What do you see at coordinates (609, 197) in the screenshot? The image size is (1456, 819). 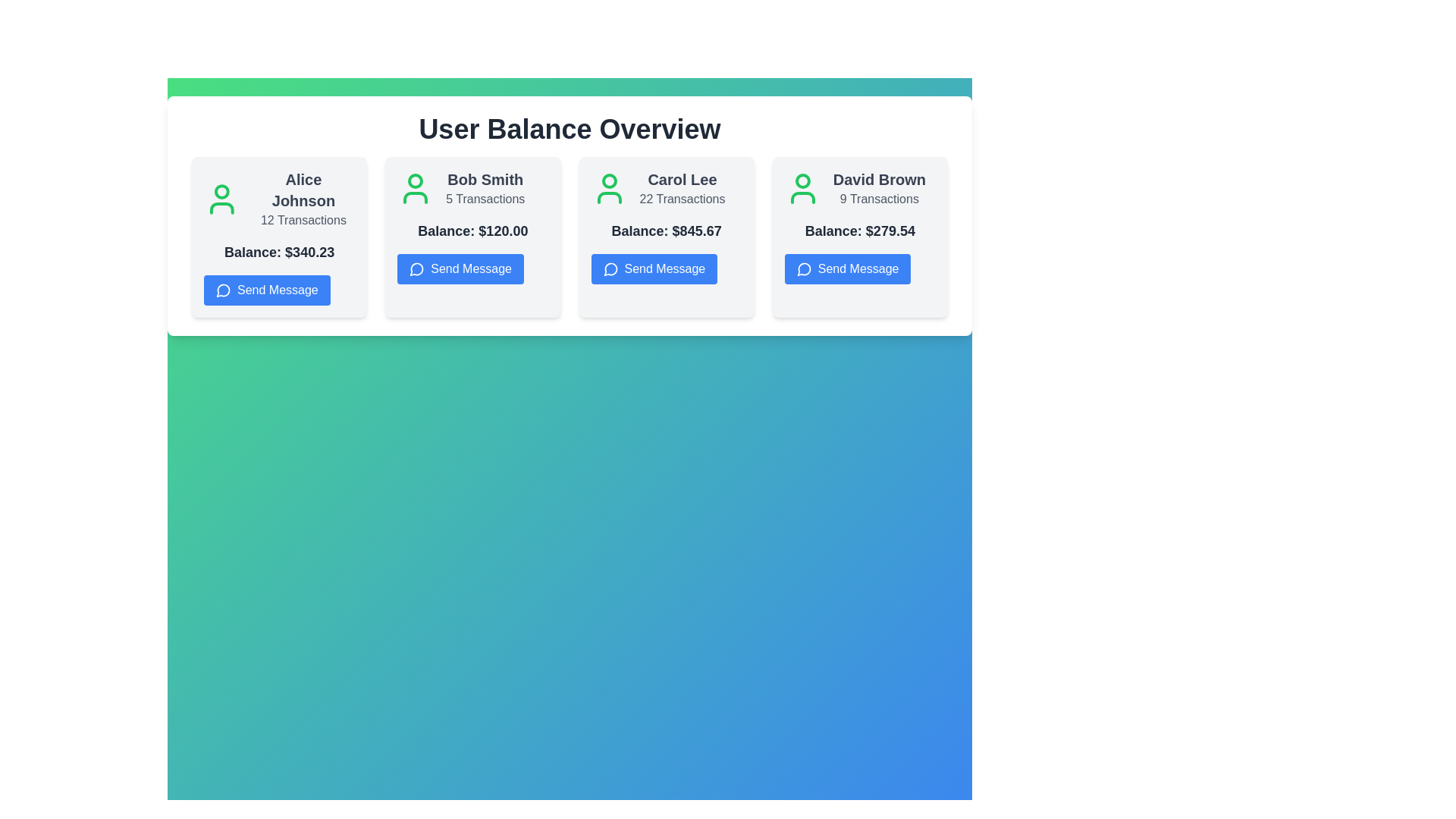 I see `green-colored user icon located in the header of the third user card from the left, situated directly above the text 'Carol Lee'` at bounding box center [609, 197].